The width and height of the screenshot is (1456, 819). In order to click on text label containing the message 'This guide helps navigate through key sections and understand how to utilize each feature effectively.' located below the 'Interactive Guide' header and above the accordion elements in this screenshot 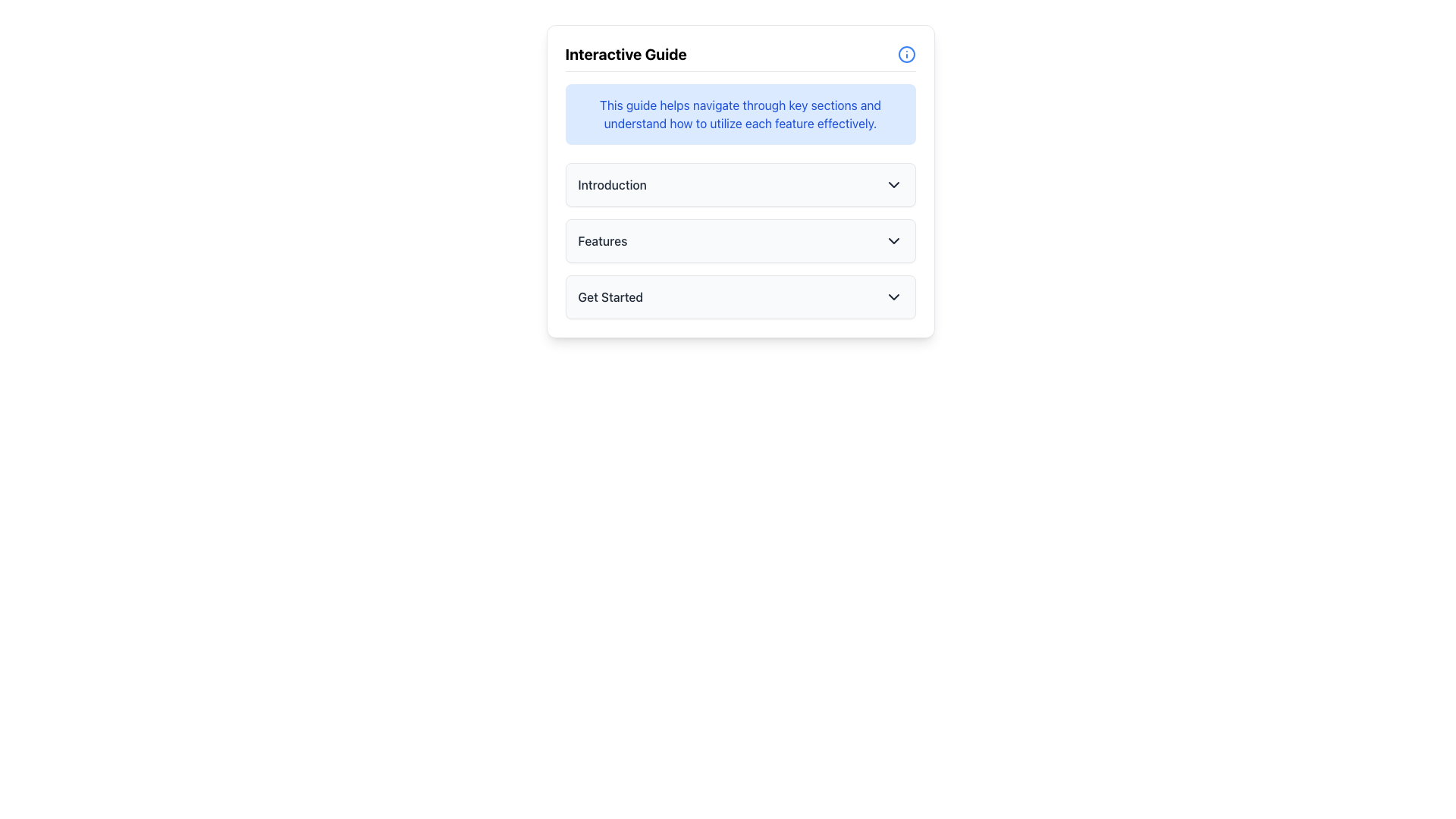, I will do `click(740, 113)`.